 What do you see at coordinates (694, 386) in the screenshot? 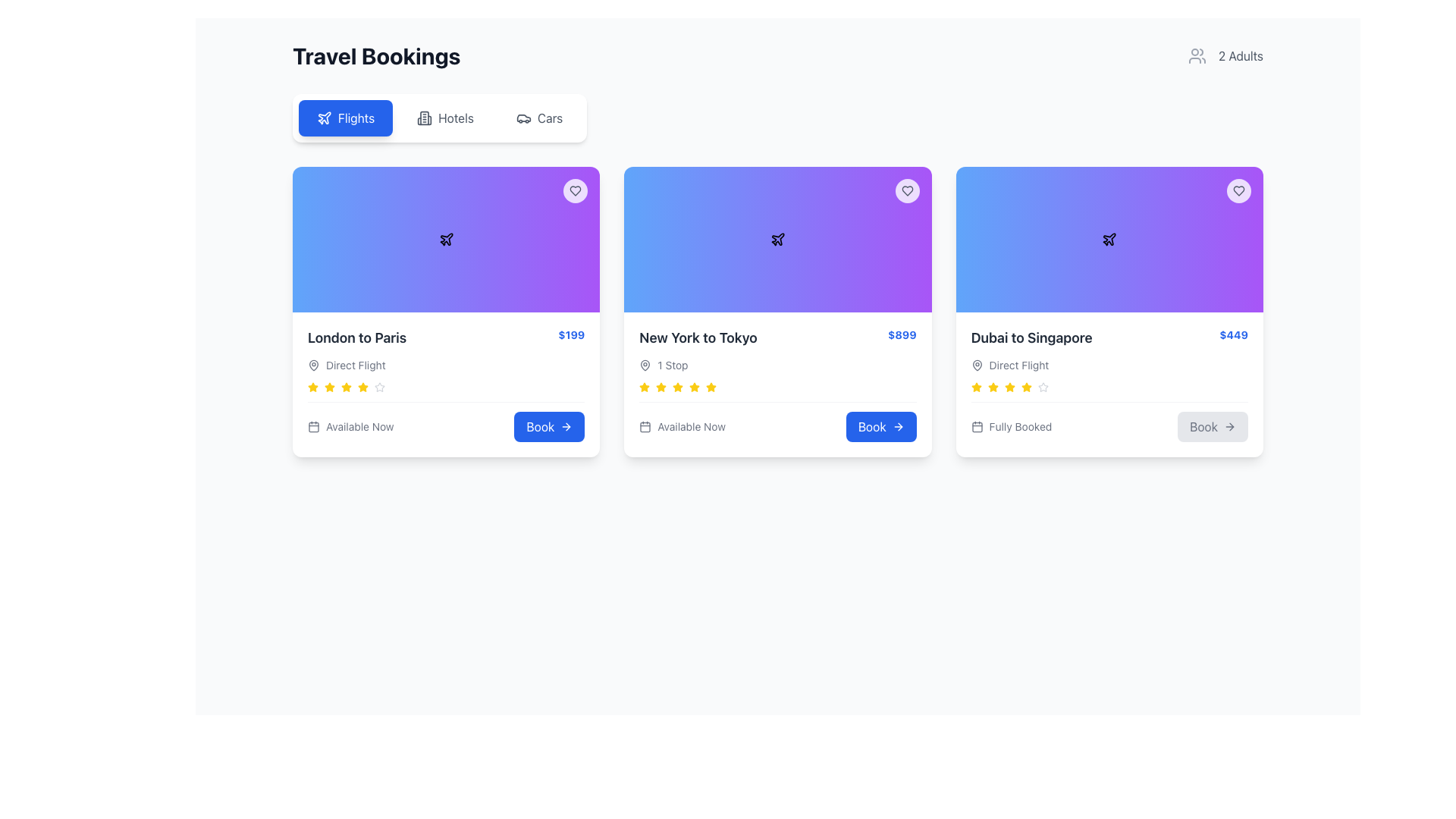
I see `the fifth yellow star in the 5-star rating system for the 'New York to Tokyo' card to interact with the rating system` at bounding box center [694, 386].